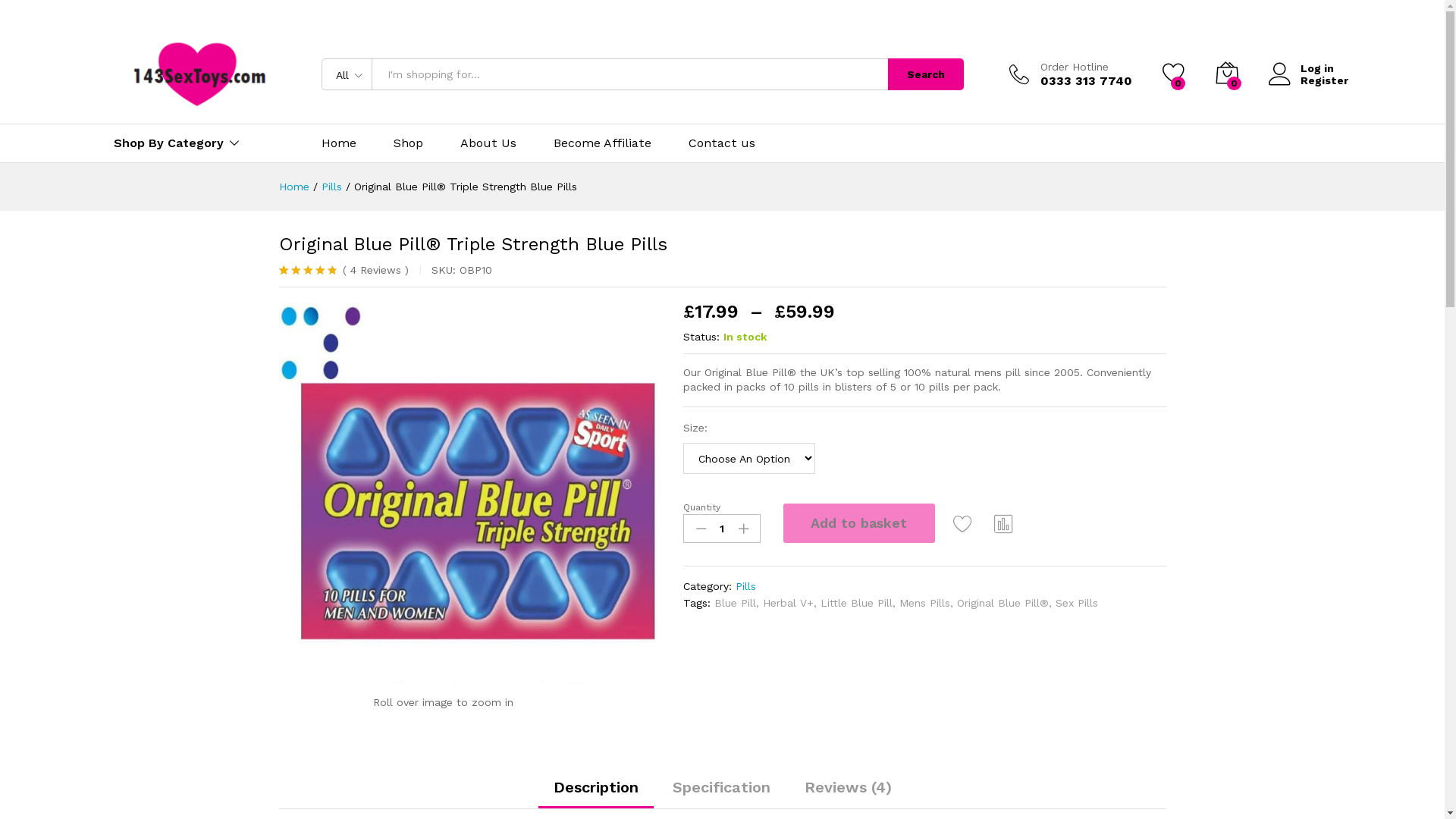  What do you see at coordinates (331, 186) in the screenshot?
I see `'Pills'` at bounding box center [331, 186].